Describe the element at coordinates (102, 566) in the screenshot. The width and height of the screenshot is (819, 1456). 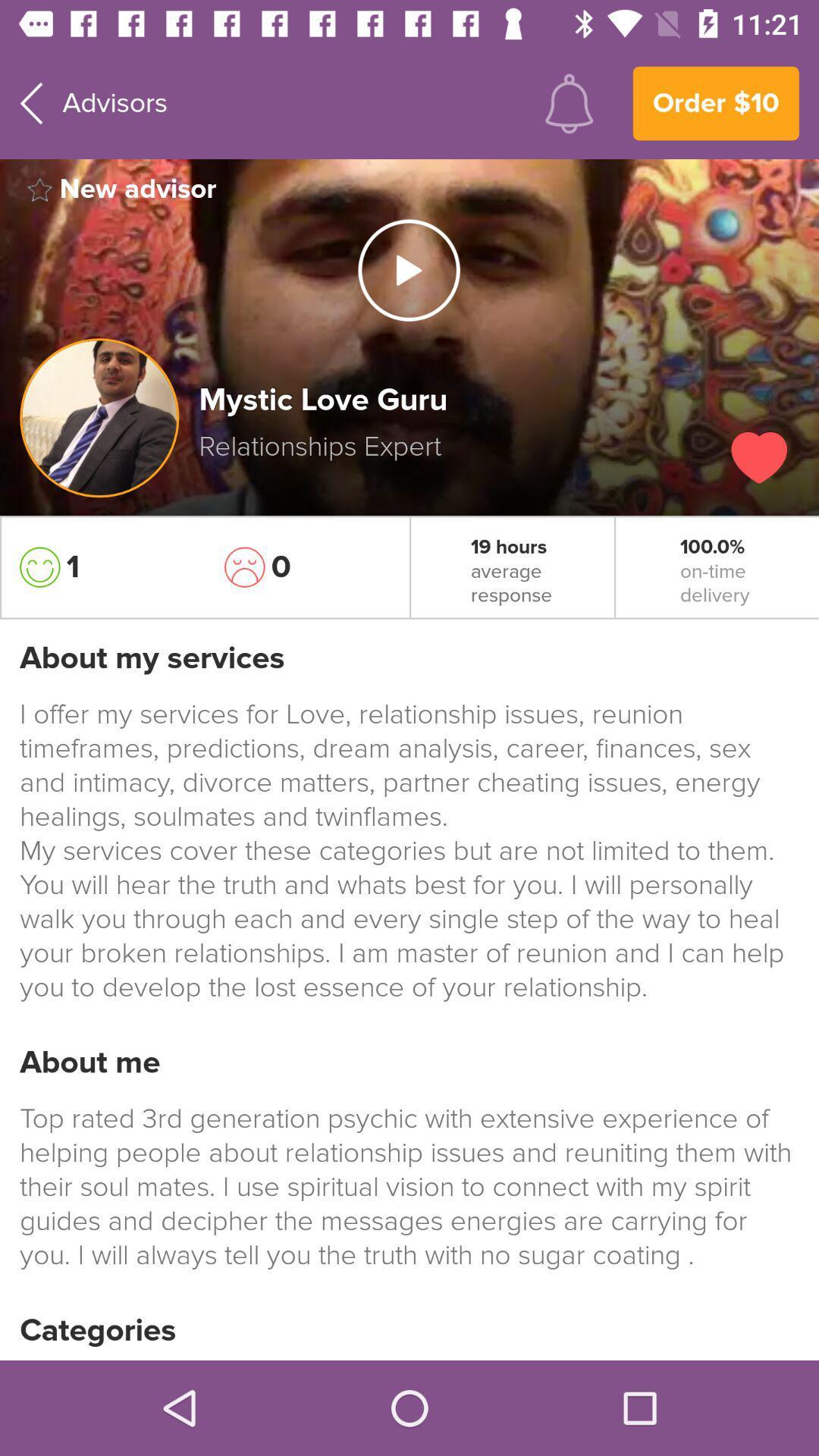
I see `the icon above the about my services` at that location.